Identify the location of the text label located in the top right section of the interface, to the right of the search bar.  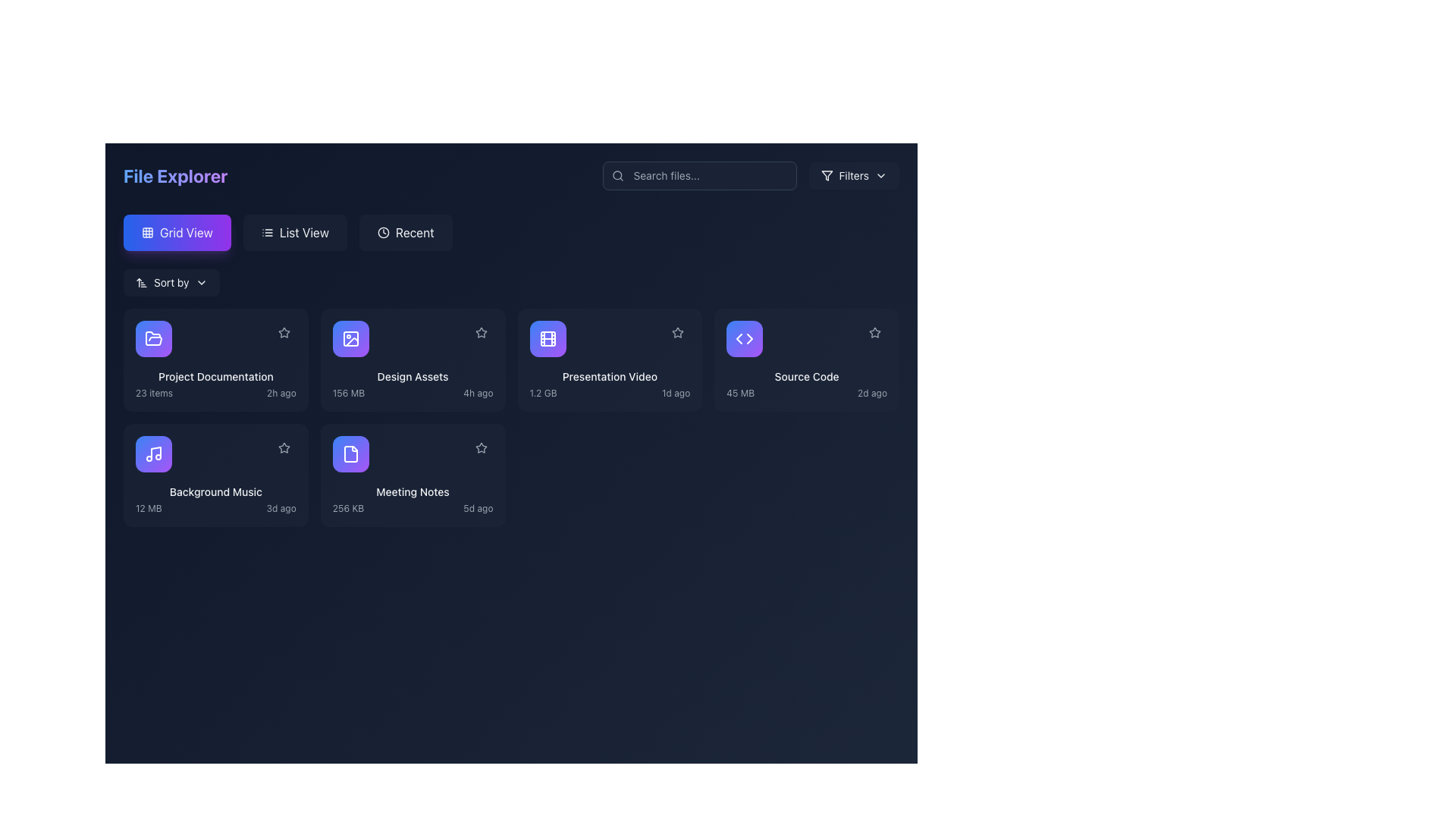
(854, 174).